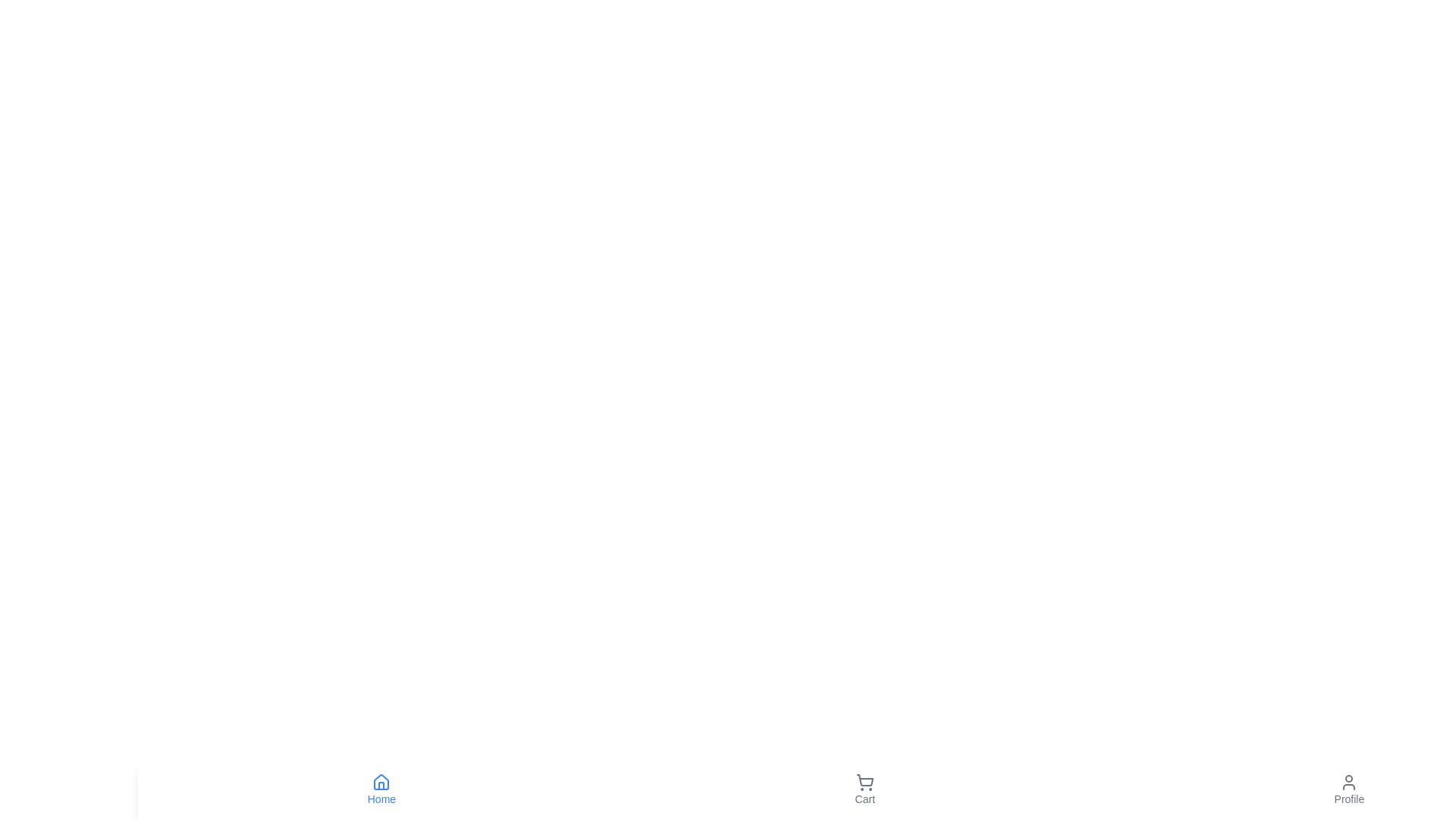  What do you see at coordinates (864, 789) in the screenshot?
I see `the navigation item Cart` at bounding box center [864, 789].